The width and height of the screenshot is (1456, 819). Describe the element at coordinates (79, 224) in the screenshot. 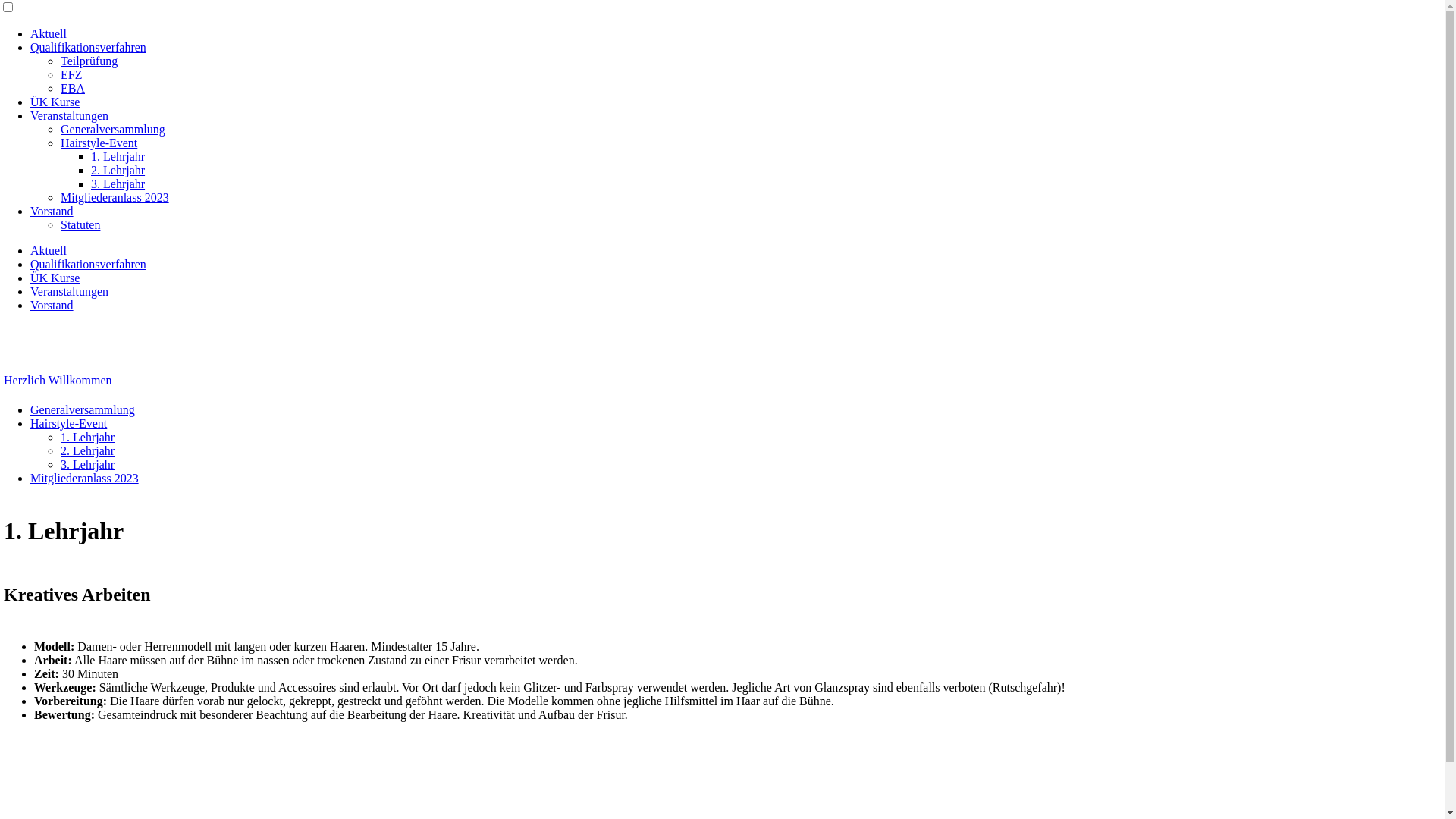

I see `'Statuten'` at that location.